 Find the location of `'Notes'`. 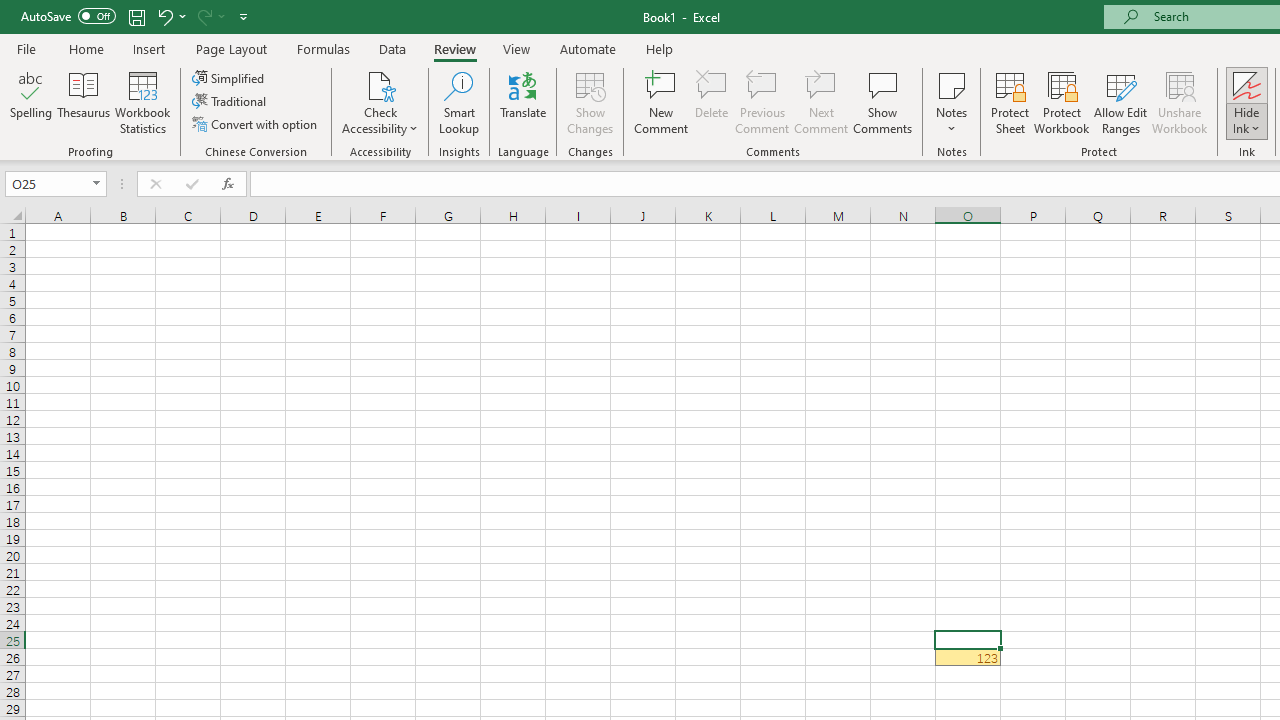

'Notes' is located at coordinates (950, 103).